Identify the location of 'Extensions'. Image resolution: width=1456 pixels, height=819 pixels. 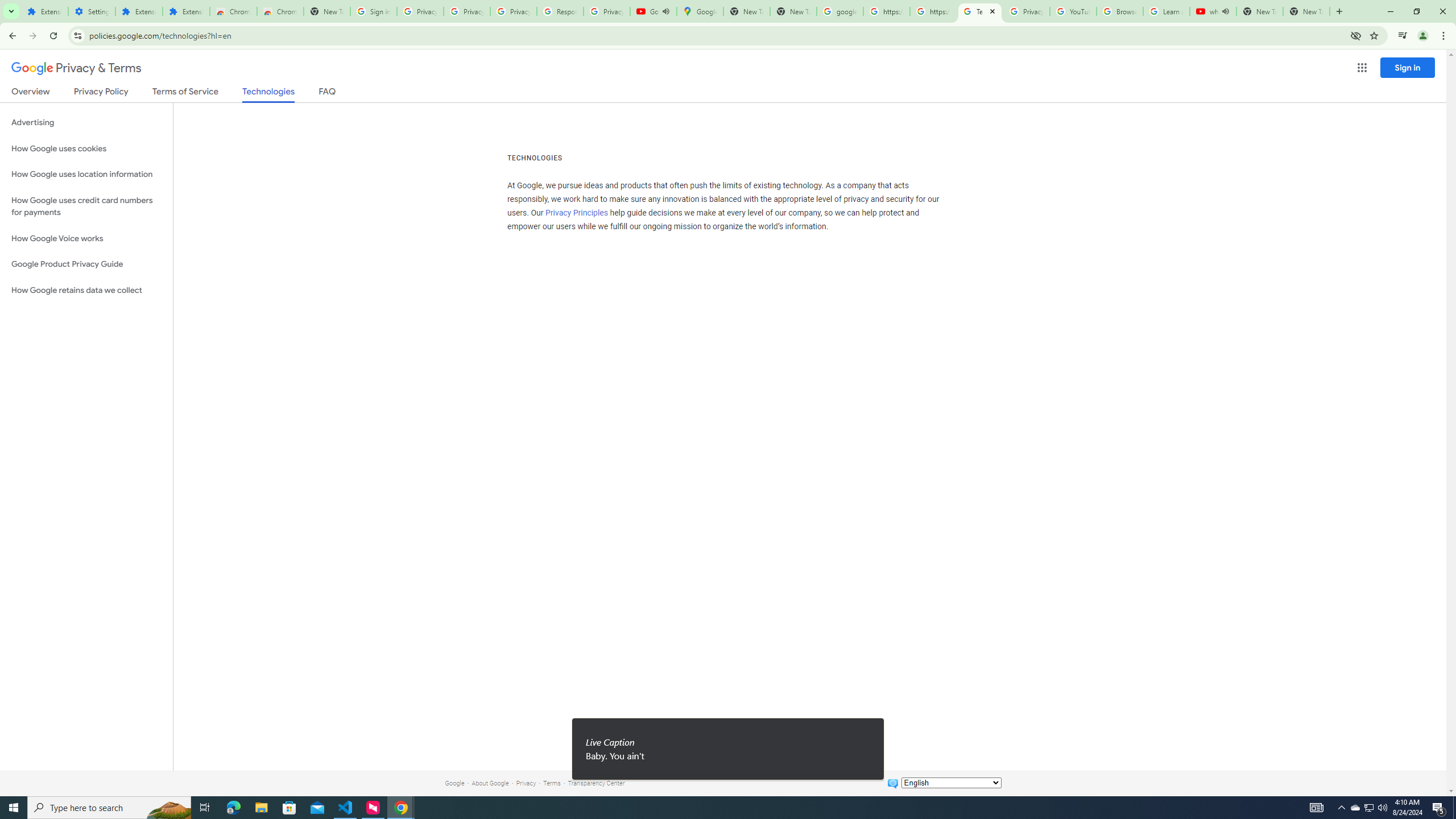
(44, 11).